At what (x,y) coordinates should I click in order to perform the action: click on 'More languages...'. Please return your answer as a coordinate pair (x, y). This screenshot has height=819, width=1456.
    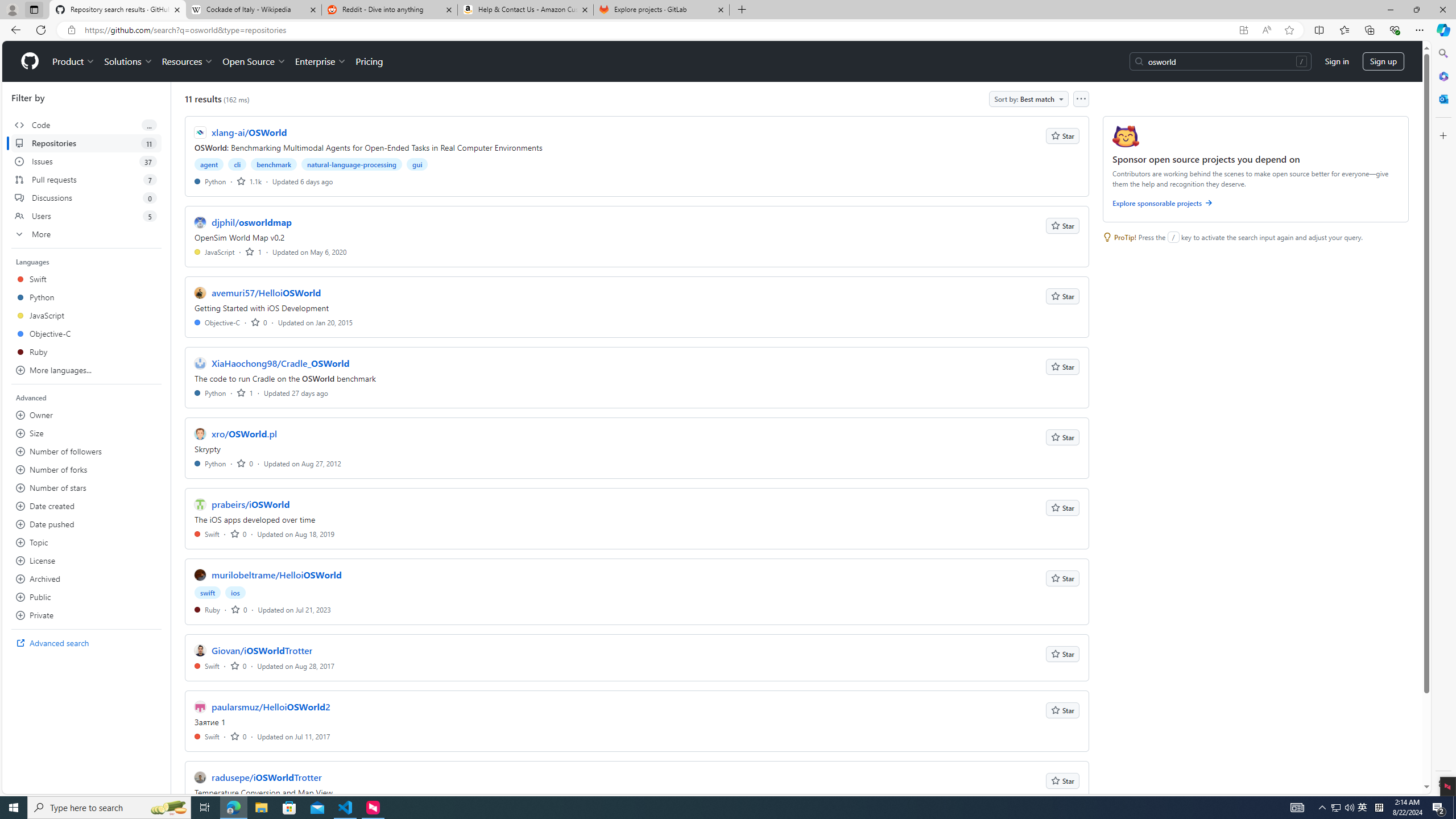
    Looking at the image, I should click on (86, 370).